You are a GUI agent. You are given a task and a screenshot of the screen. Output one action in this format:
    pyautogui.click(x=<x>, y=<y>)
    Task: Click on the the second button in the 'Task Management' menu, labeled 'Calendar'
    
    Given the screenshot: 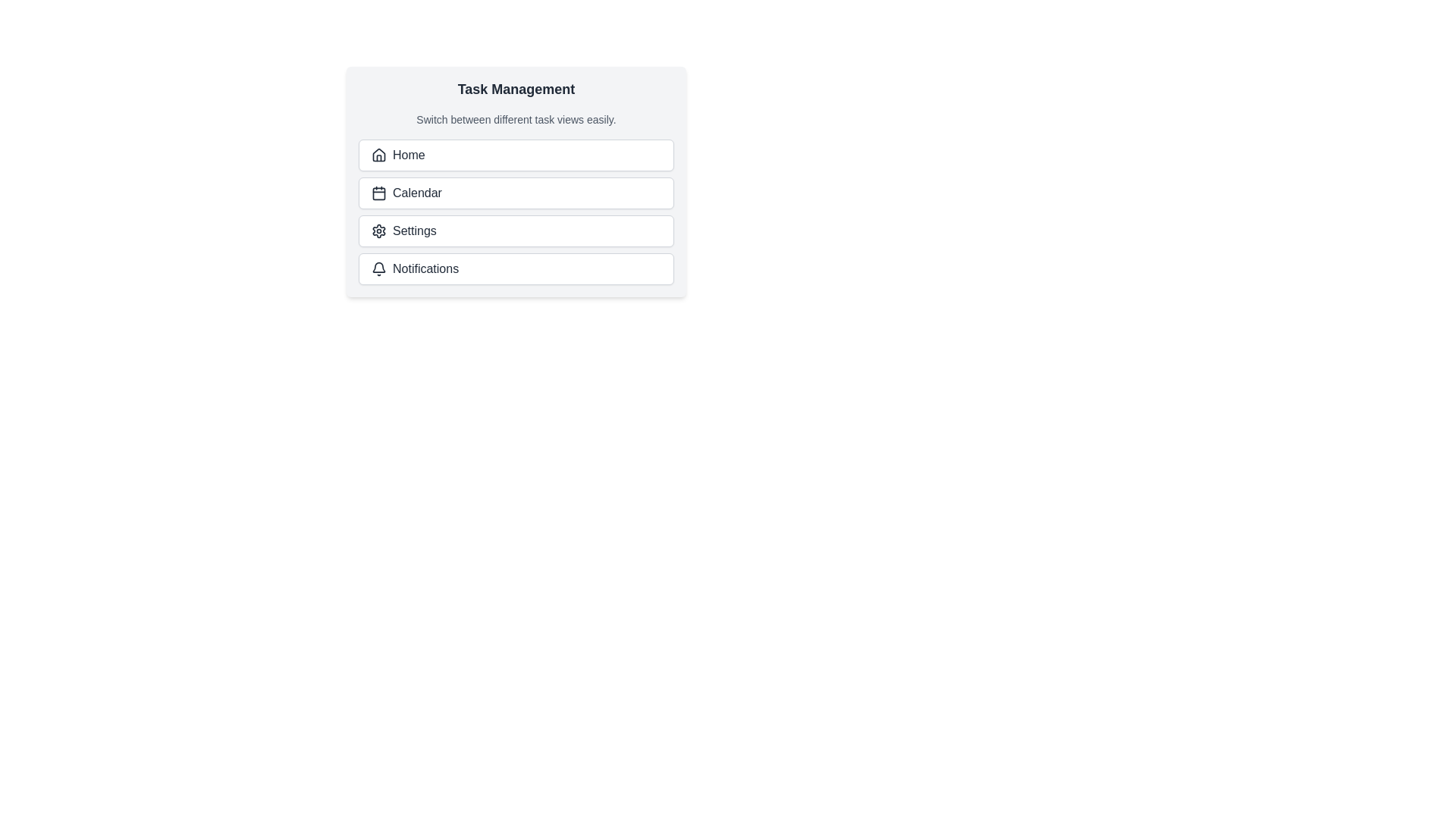 What is the action you would take?
    pyautogui.click(x=516, y=180)
    